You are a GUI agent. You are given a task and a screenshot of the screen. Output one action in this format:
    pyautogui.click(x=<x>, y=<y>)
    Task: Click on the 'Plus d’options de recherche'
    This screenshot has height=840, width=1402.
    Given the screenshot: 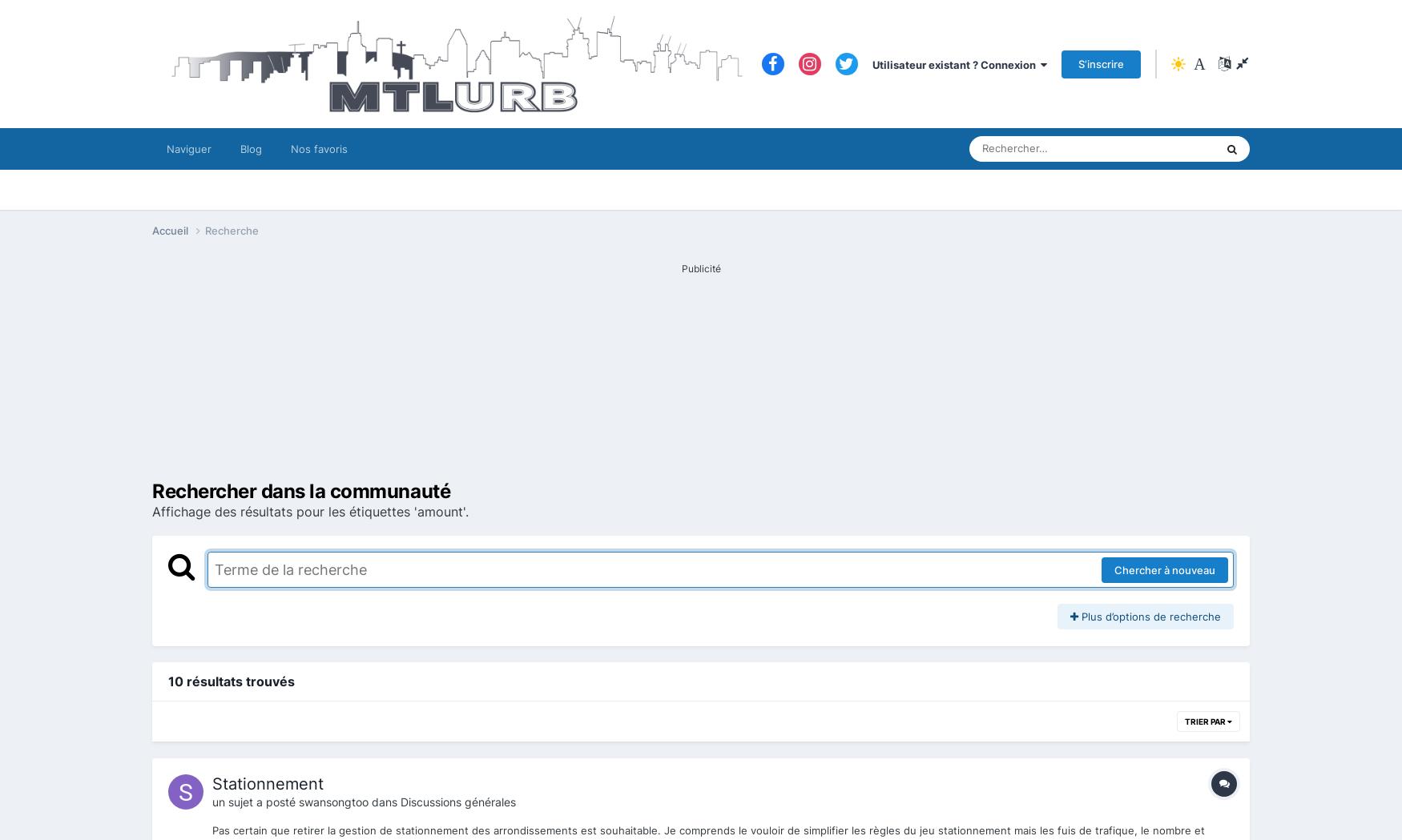 What is the action you would take?
    pyautogui.click(x=1149, y=616)
    